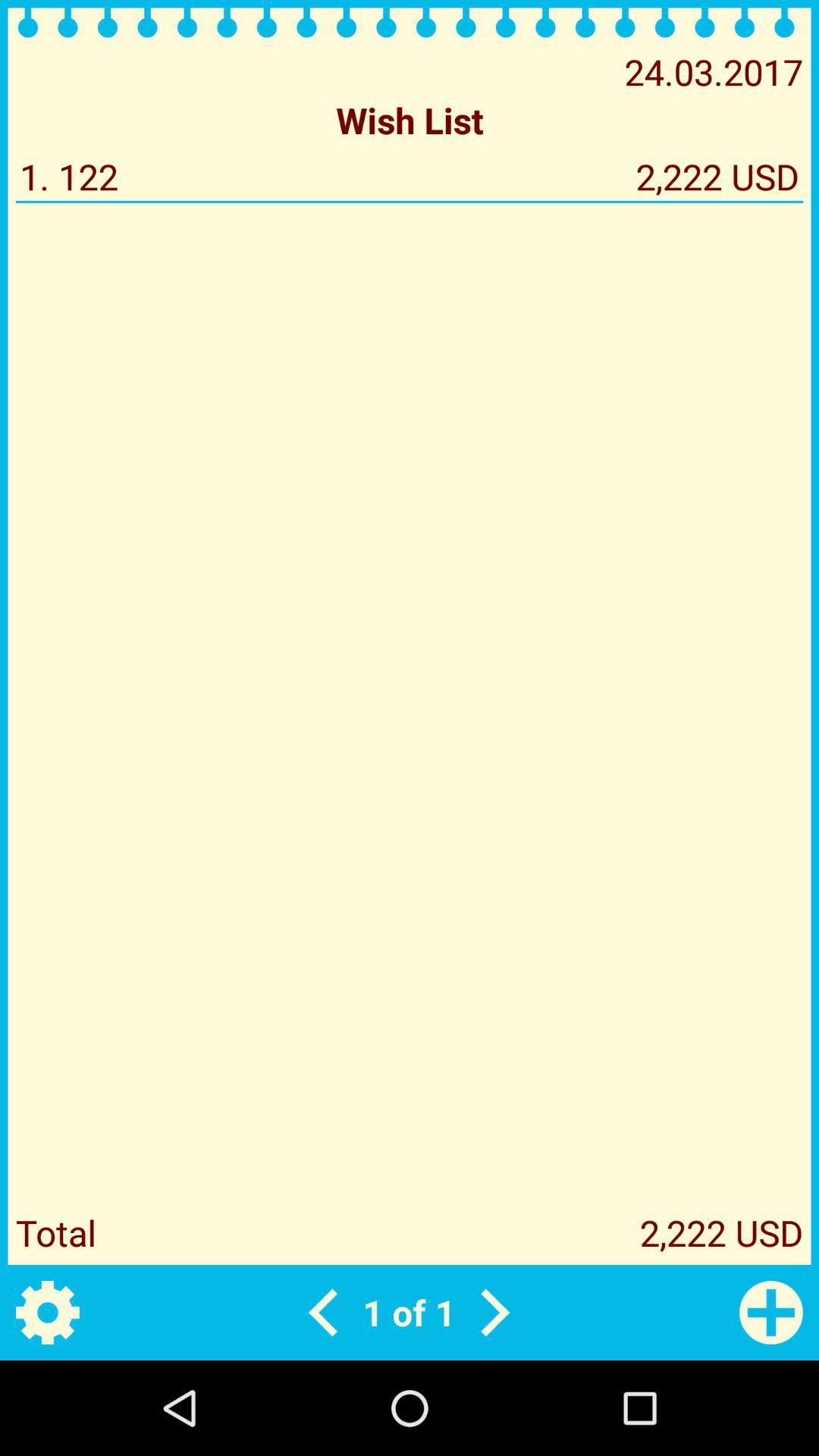 This screenshot has width=819, height=1456. I want to click on the arrow_backward icon, so click(322, 1404).